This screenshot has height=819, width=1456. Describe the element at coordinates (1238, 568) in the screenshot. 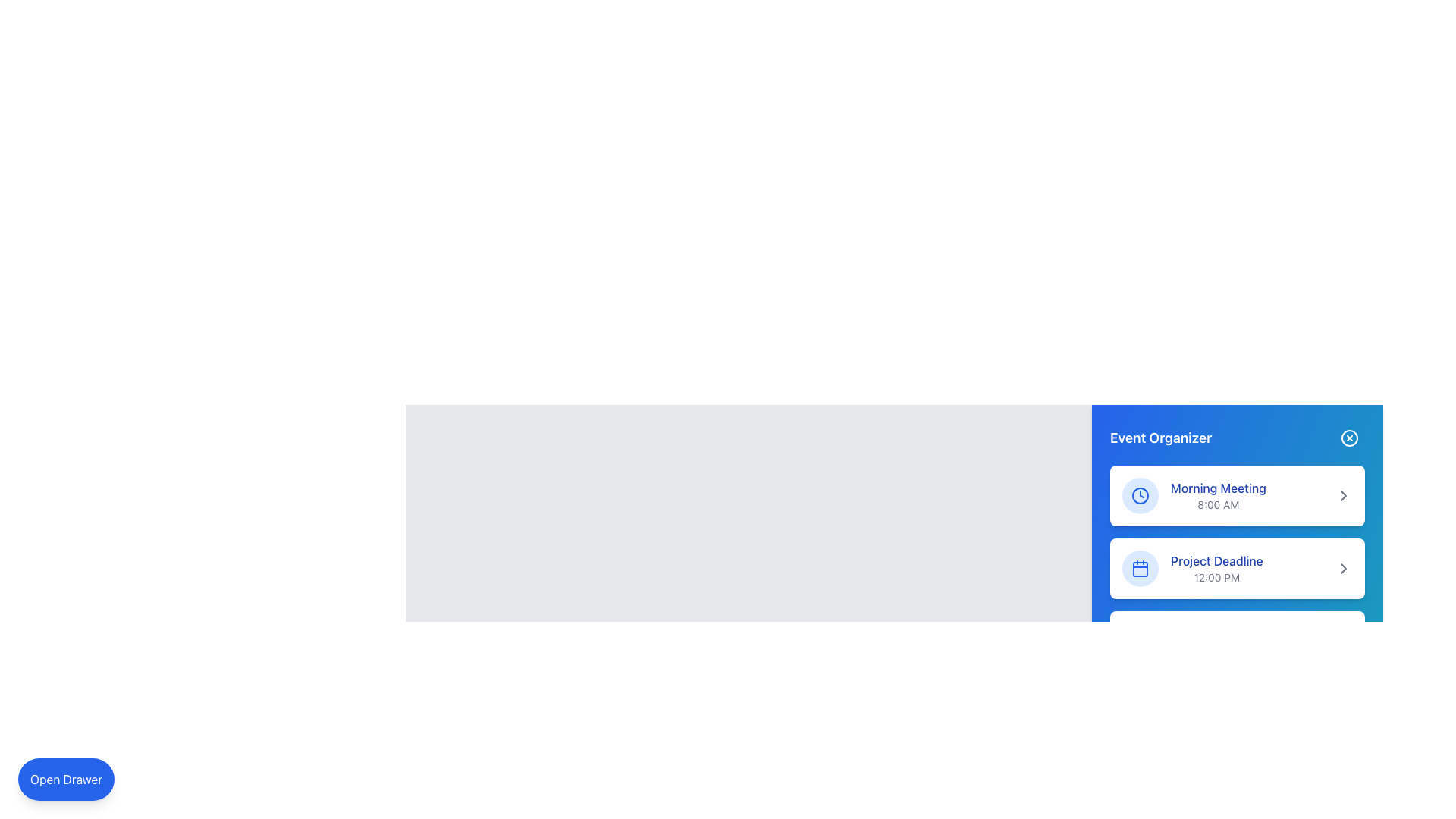

I see `the second Information Card in the blue 'Event Organizer' drawer` at that location.